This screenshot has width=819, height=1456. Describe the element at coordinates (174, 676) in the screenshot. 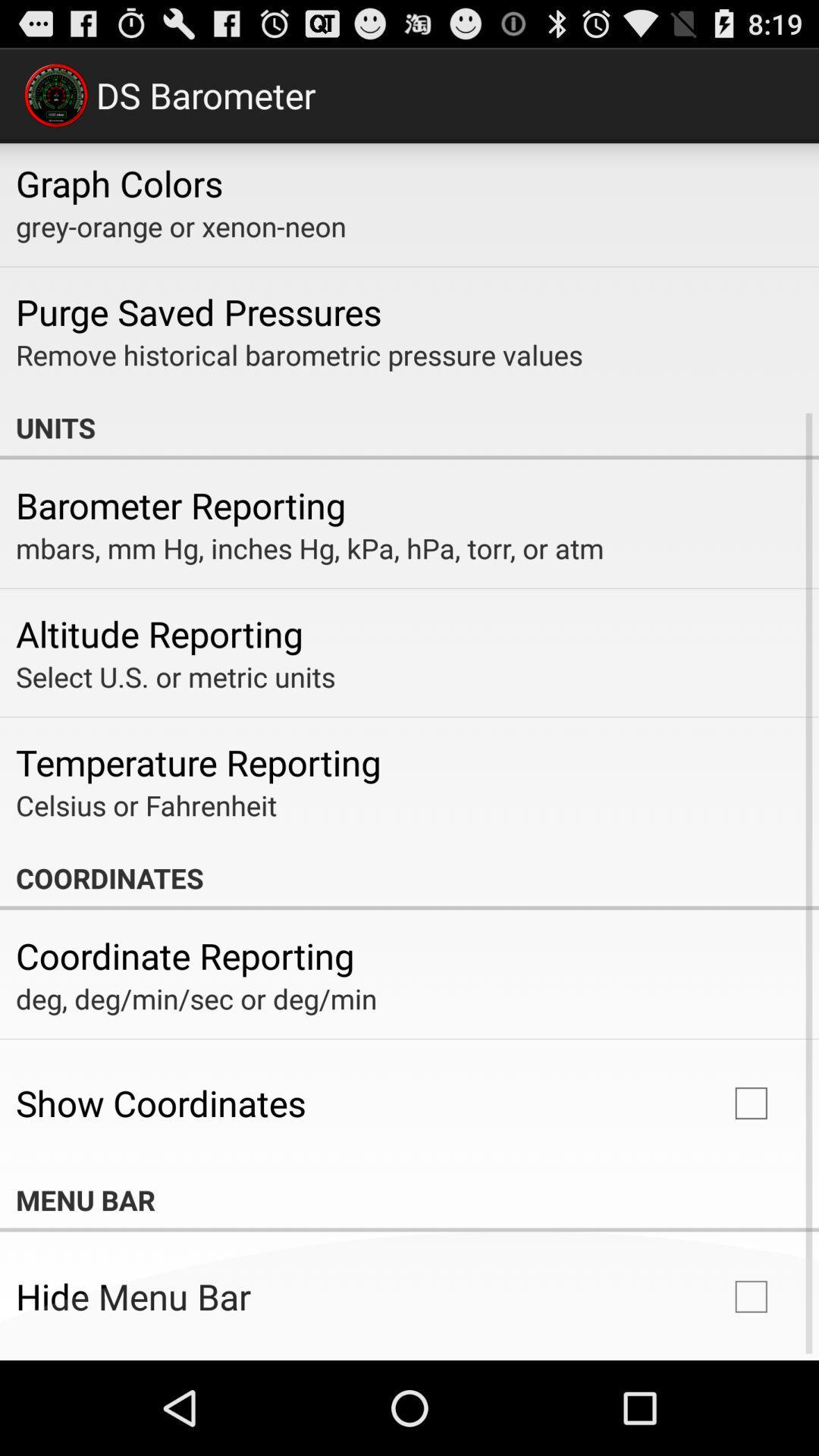

I see `app above temperature reporting app` at that location.